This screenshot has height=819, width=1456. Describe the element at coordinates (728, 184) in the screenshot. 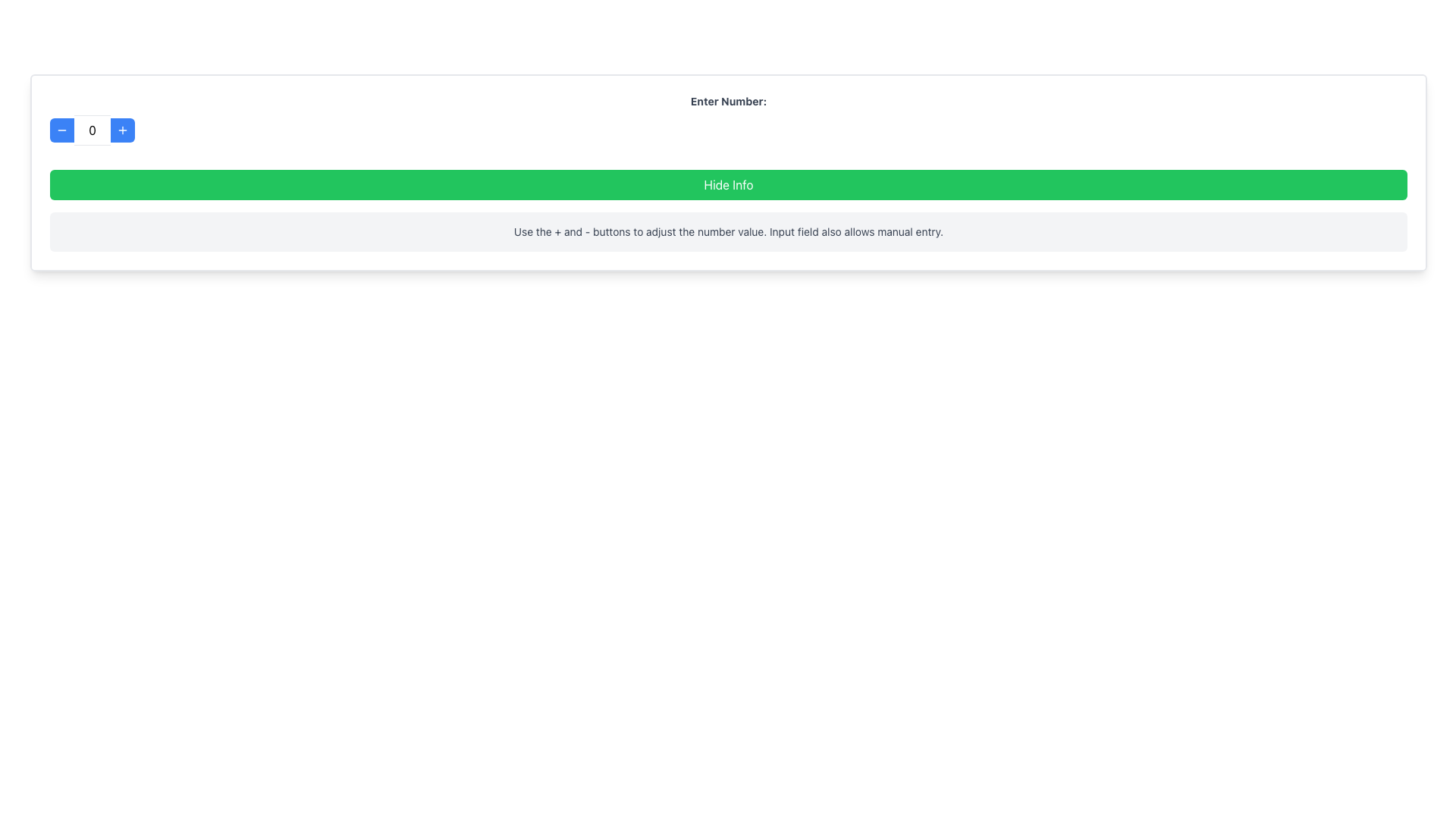

I see `the button that toggles the visibility of additional information, located centrally below the number input section and above the textual description` at that location.